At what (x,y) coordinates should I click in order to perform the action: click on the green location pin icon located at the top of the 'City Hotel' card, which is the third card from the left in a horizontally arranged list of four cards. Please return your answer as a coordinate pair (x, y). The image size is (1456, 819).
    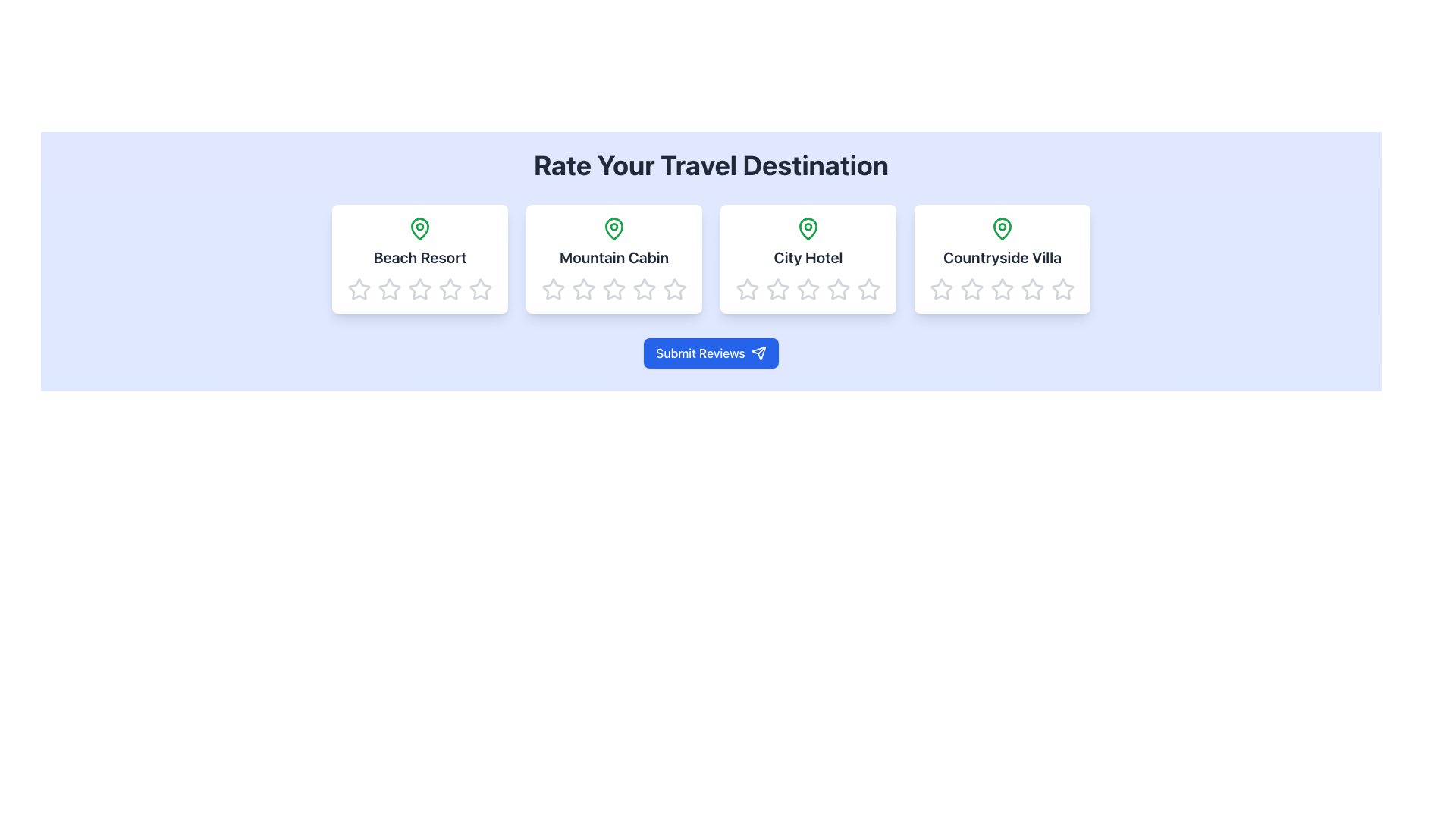
    Looking at the image, I should click on (807, 228).